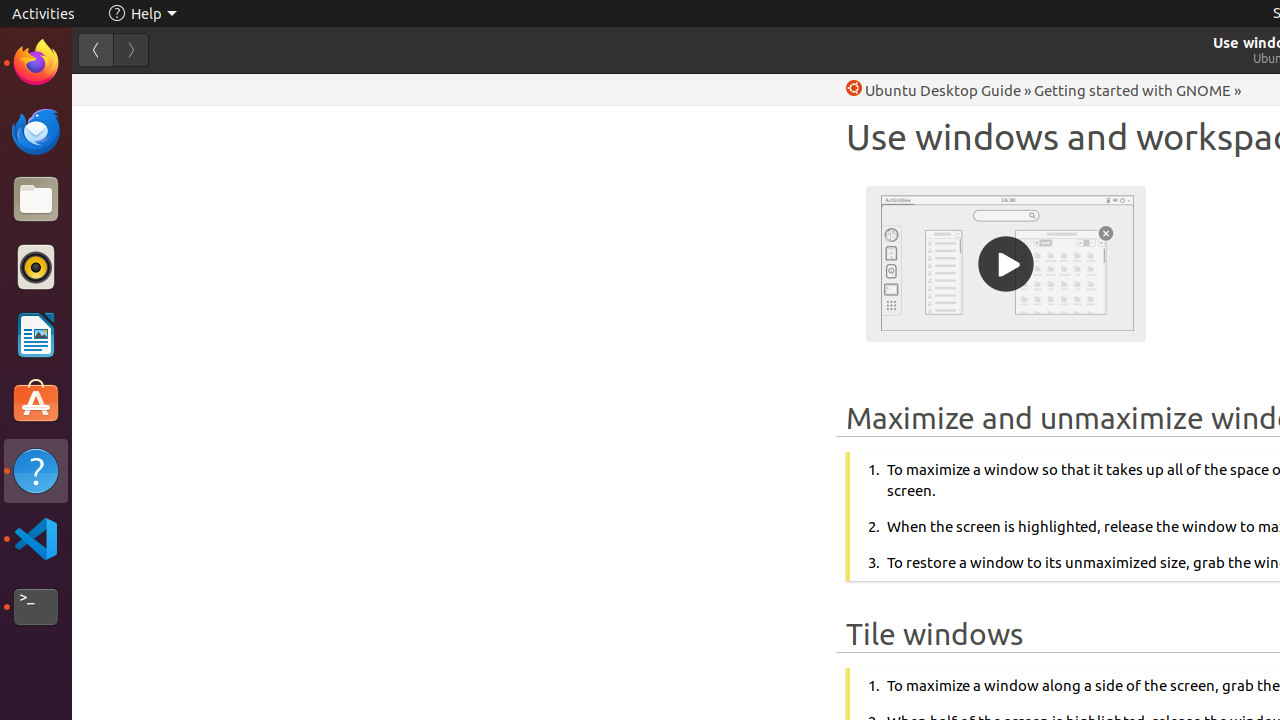 This screenshot has width=1280, height=720. Describe the element at coordinates (35, 61) in the screenshot. I see `'Firefox Web Browser'` at that location.